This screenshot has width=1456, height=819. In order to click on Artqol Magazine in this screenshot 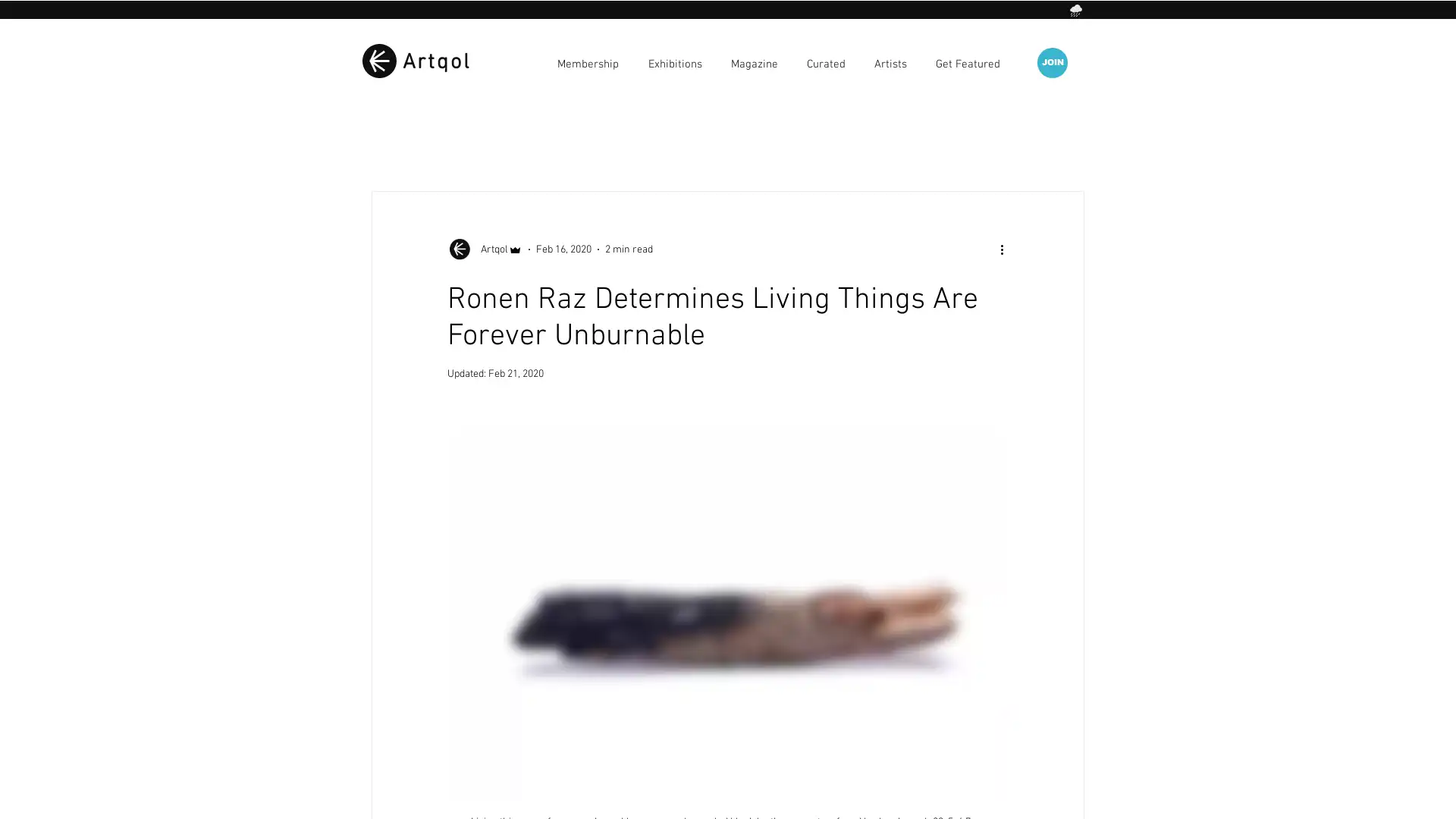, I will do `click(411, 146)`.